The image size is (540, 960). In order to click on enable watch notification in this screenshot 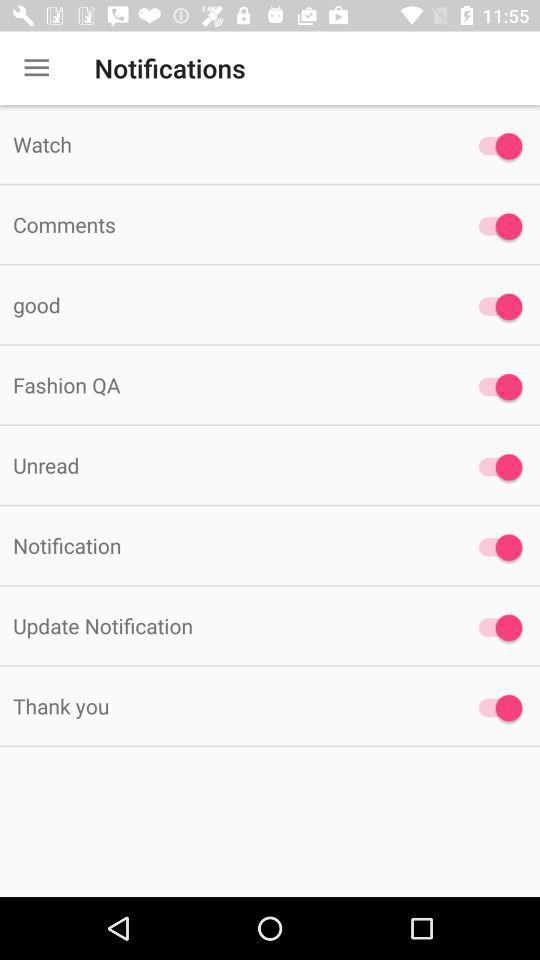, I will do `click(494, 145)`.